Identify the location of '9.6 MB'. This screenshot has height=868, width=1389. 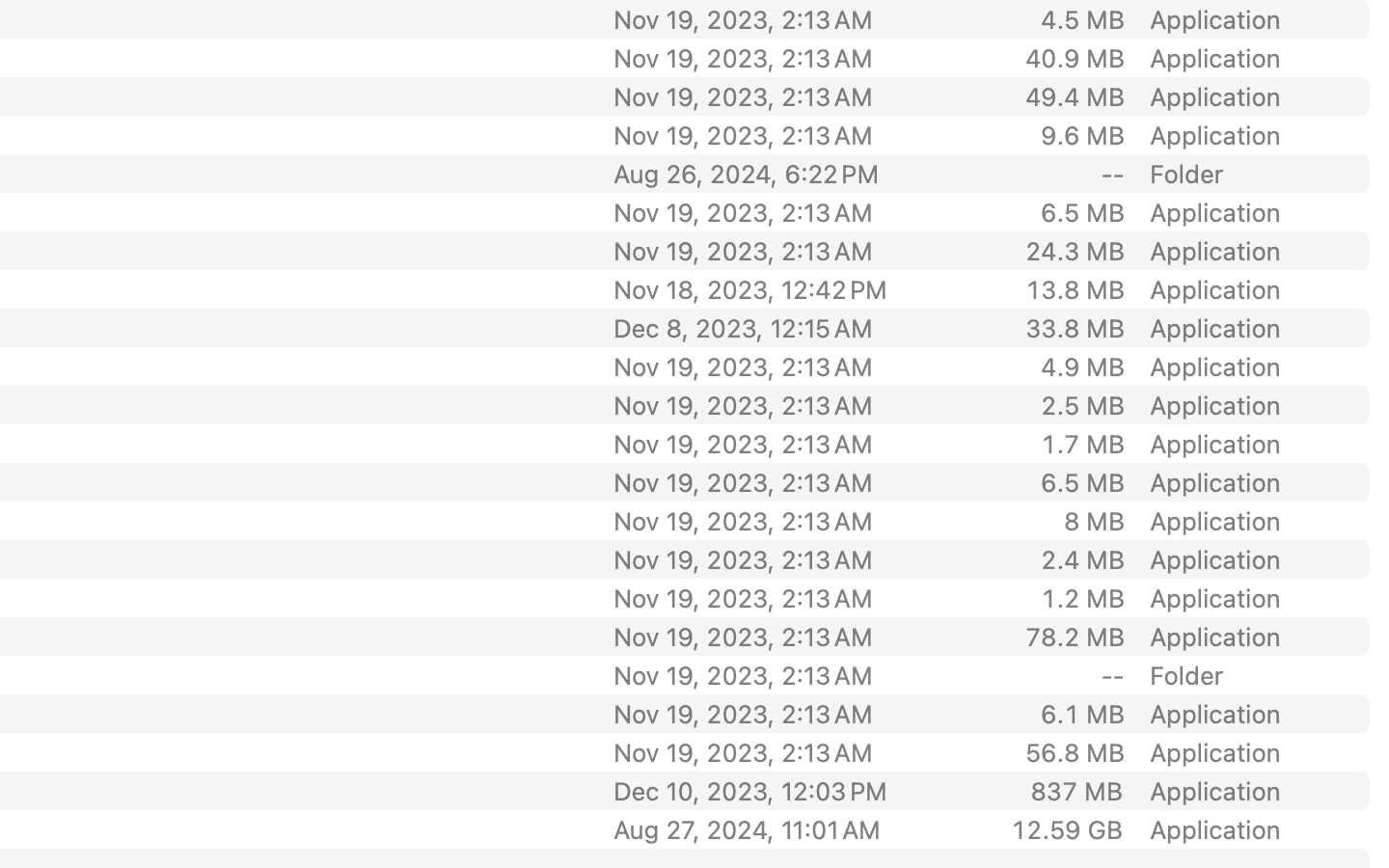
(1081, 135).